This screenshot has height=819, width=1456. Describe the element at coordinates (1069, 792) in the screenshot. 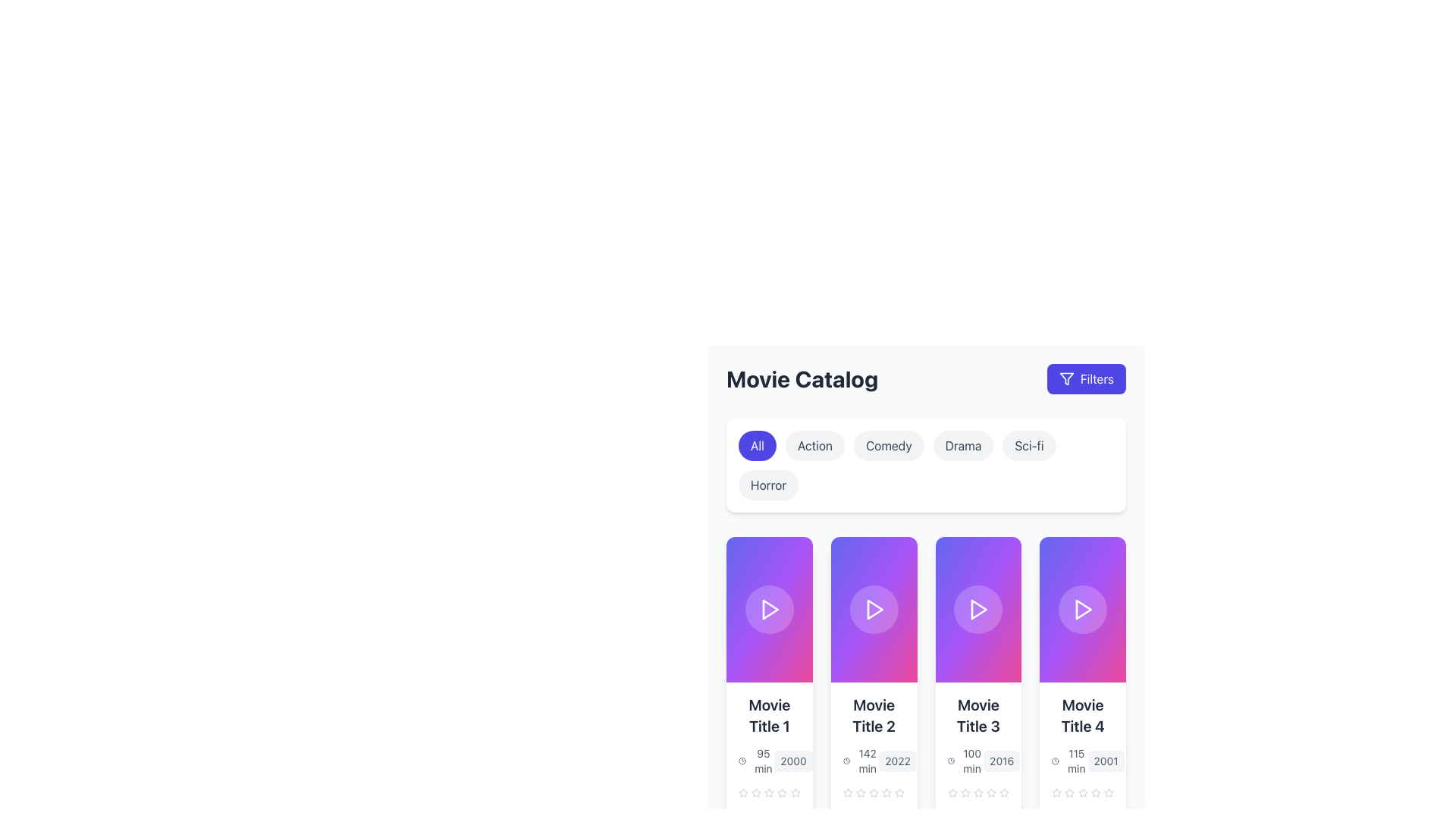

I see `the second star icon` at that location.